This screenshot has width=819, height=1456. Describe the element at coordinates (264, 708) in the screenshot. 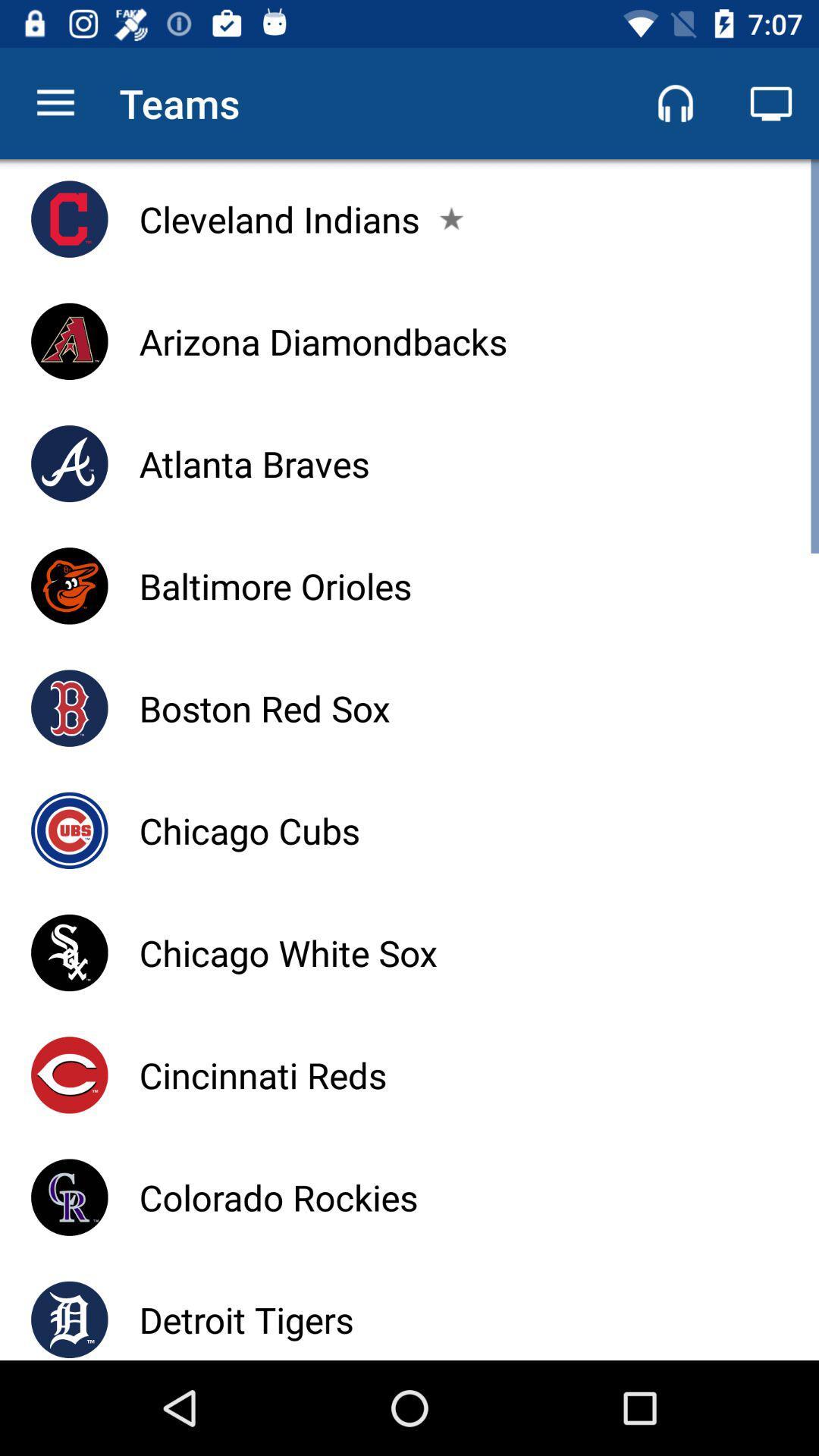

I see `item above chicago cubs item` at that location.